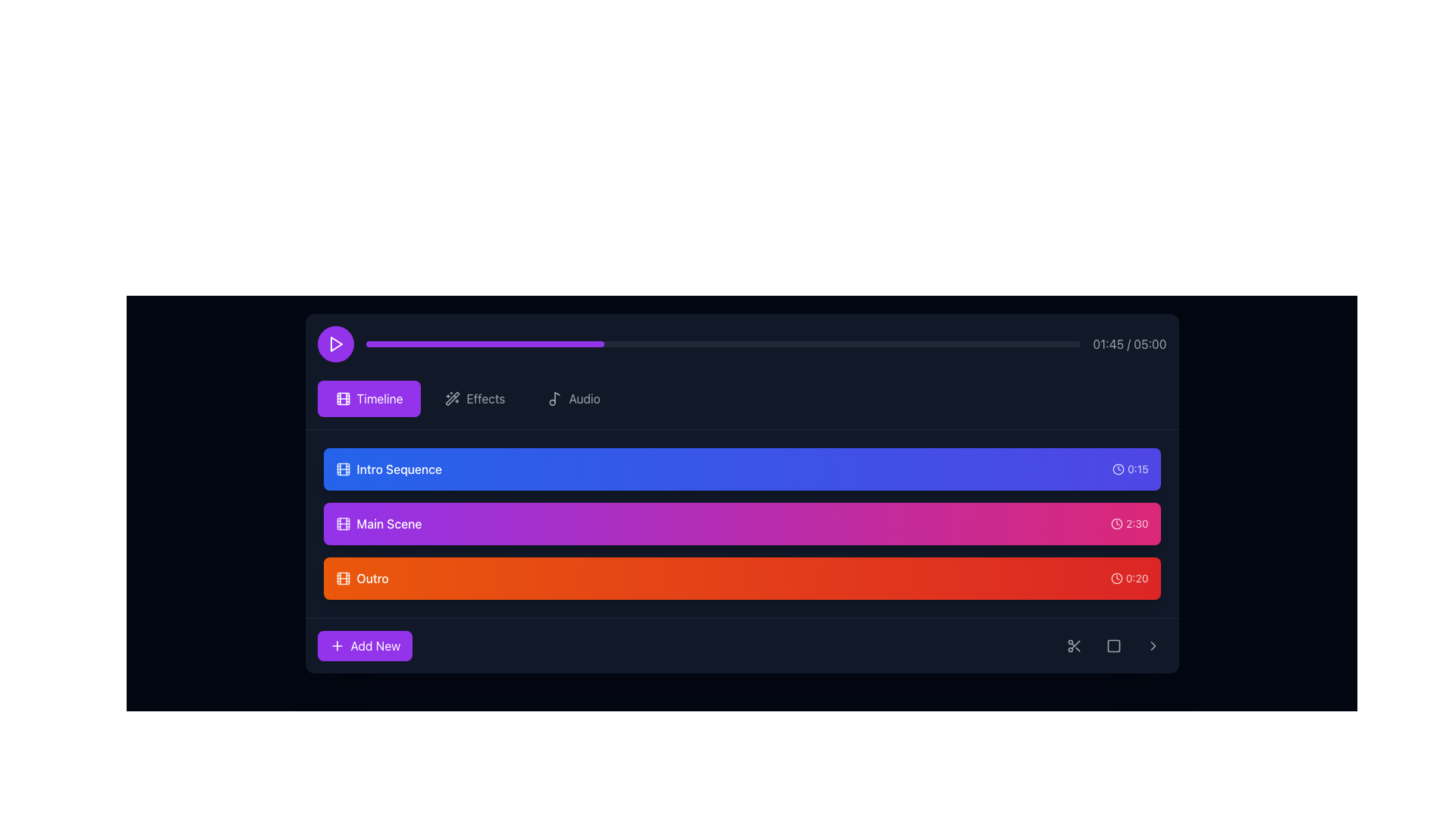 The width and height of the screenshot is (1456, 819). I want to click on the clock icon located to the left of the text '0:15', which is part of the 'Intro Sequence' item in the list, so click(1118, 468).